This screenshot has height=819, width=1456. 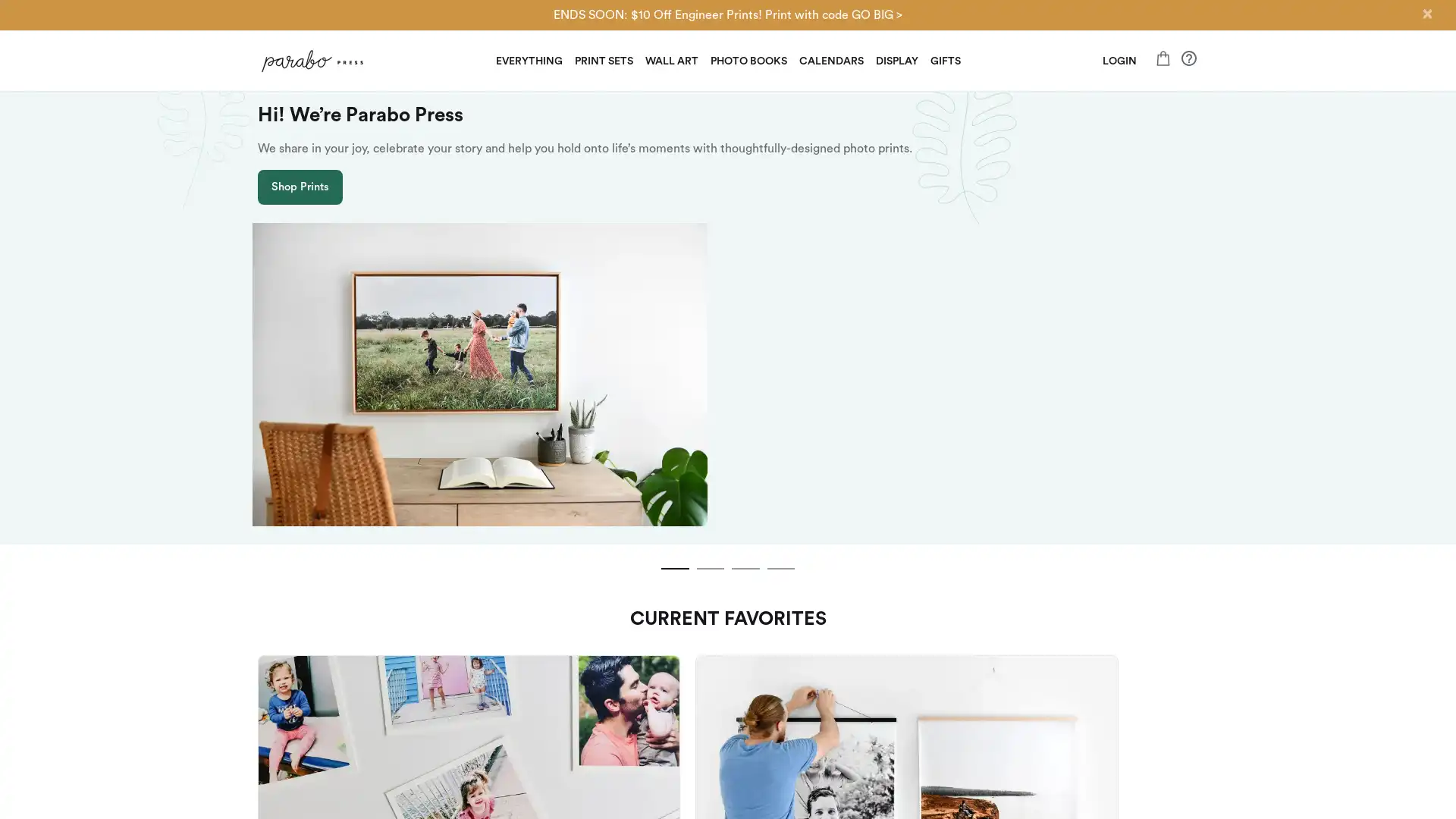 What do you see at coordinates (1426, 14) in the screenshot?
I see `Close` at bounding box center [1426, 14].